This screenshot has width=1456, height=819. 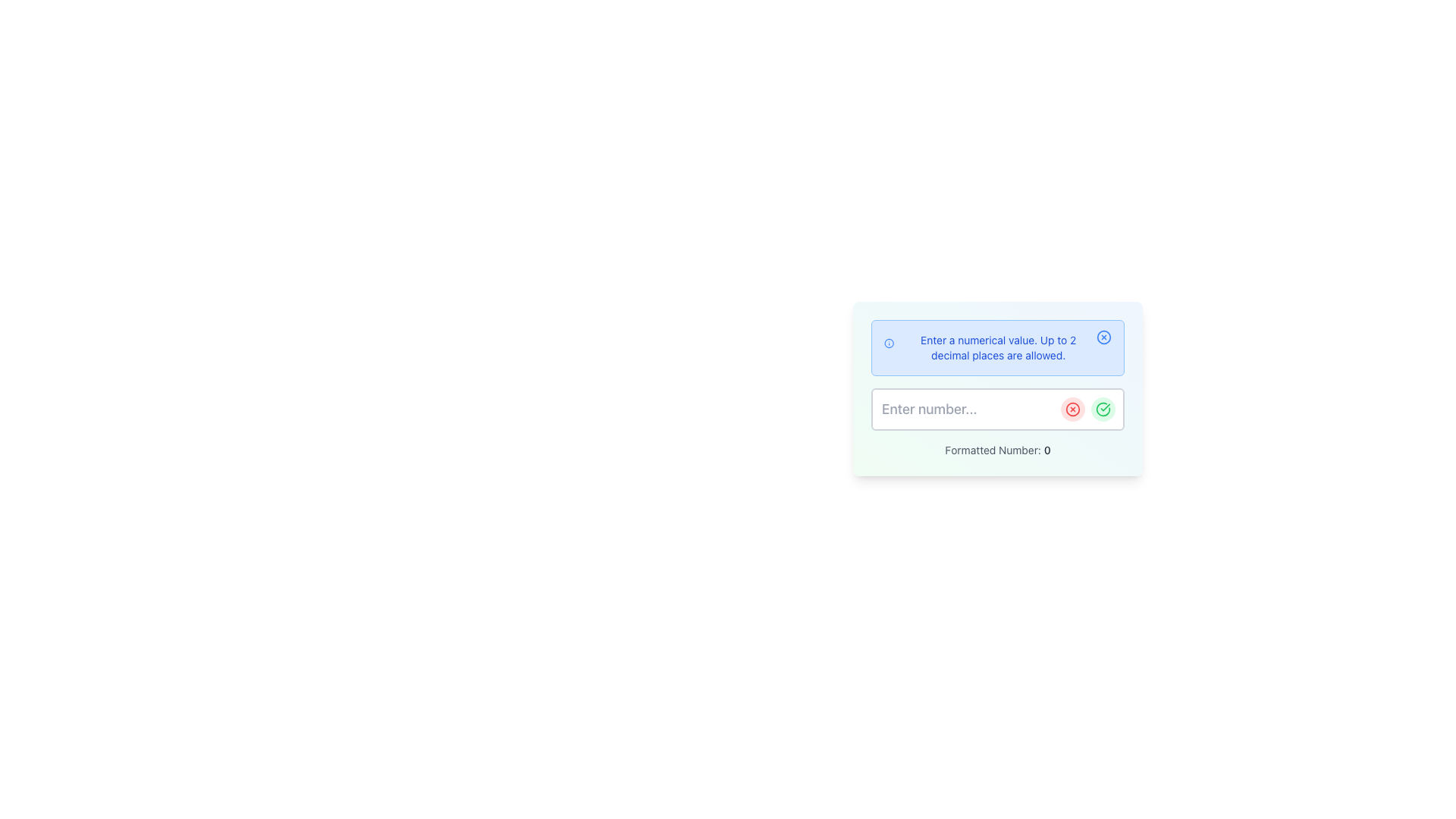 I want to click on circular SVG element with a blue stroke located at the center of the top-right corner of the input's informational box, which represents a closing functionality, so click(x=1103, y=336).